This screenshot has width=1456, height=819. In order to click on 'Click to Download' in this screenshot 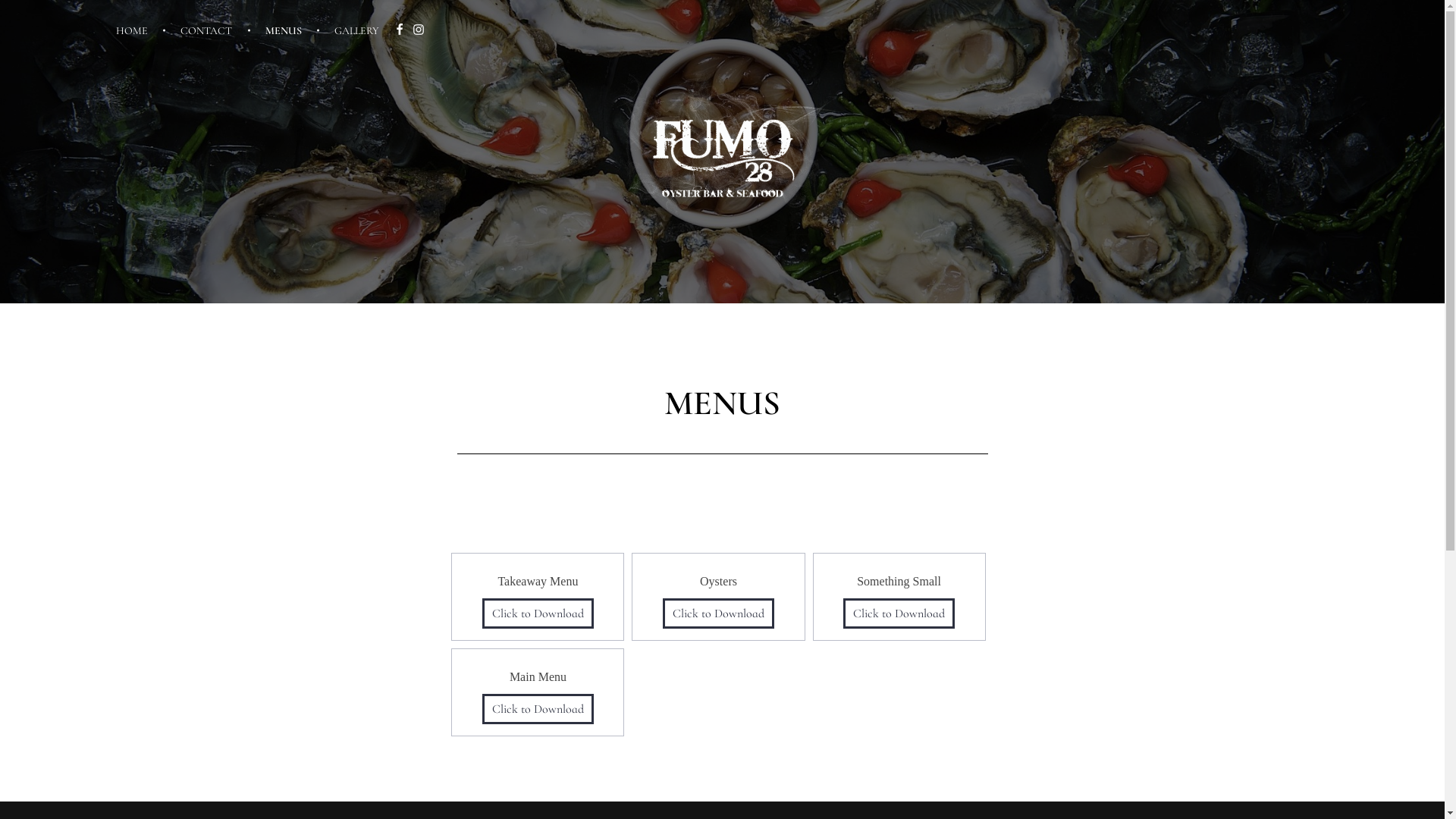, I will do `click(717, 613)`.